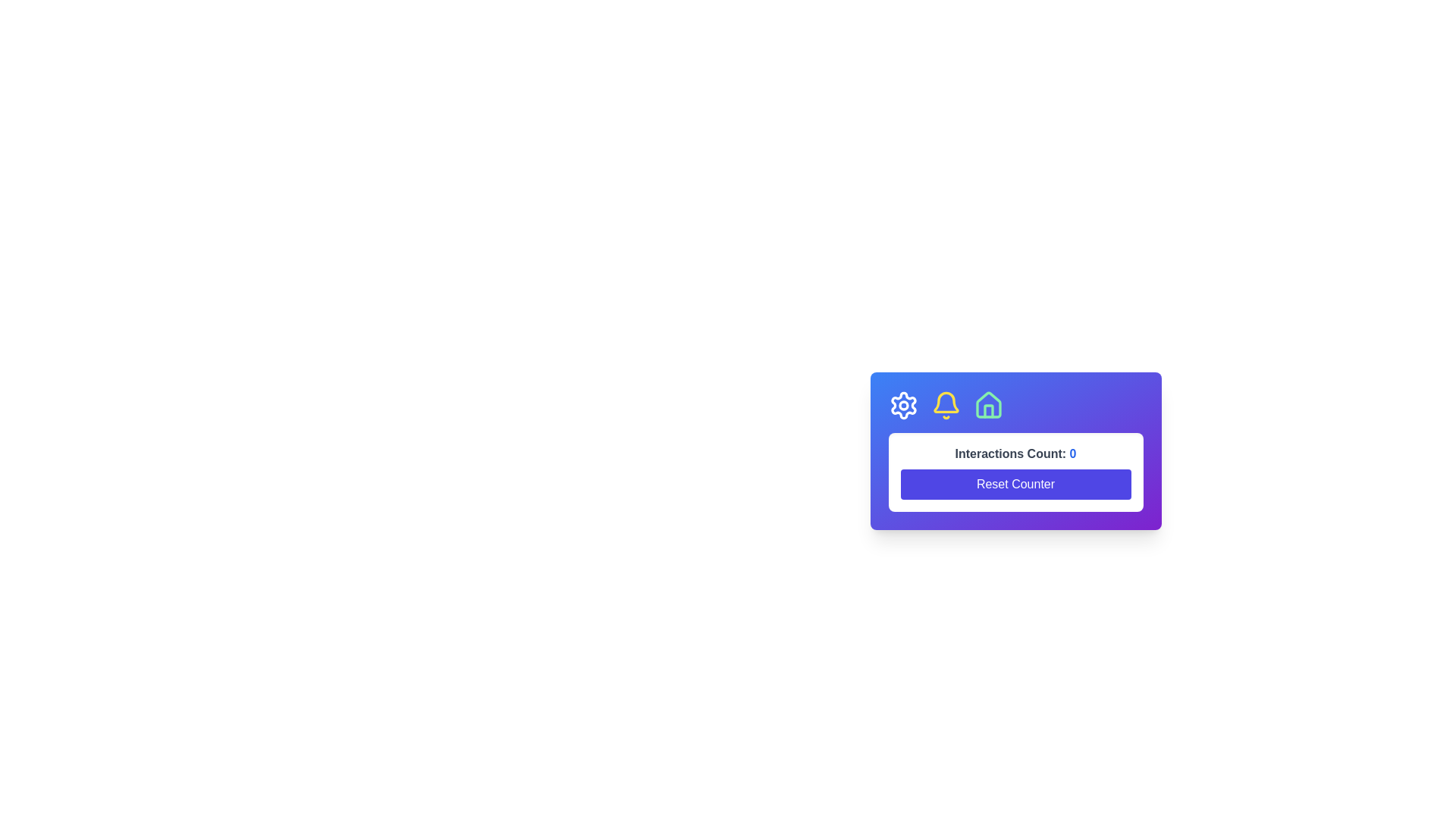 The height and width of the screenshot is (819, 1456). I want to click on the 'Home' icon, which is the fourth icon in a row at the top of a purple interface box, so click(988, 405).